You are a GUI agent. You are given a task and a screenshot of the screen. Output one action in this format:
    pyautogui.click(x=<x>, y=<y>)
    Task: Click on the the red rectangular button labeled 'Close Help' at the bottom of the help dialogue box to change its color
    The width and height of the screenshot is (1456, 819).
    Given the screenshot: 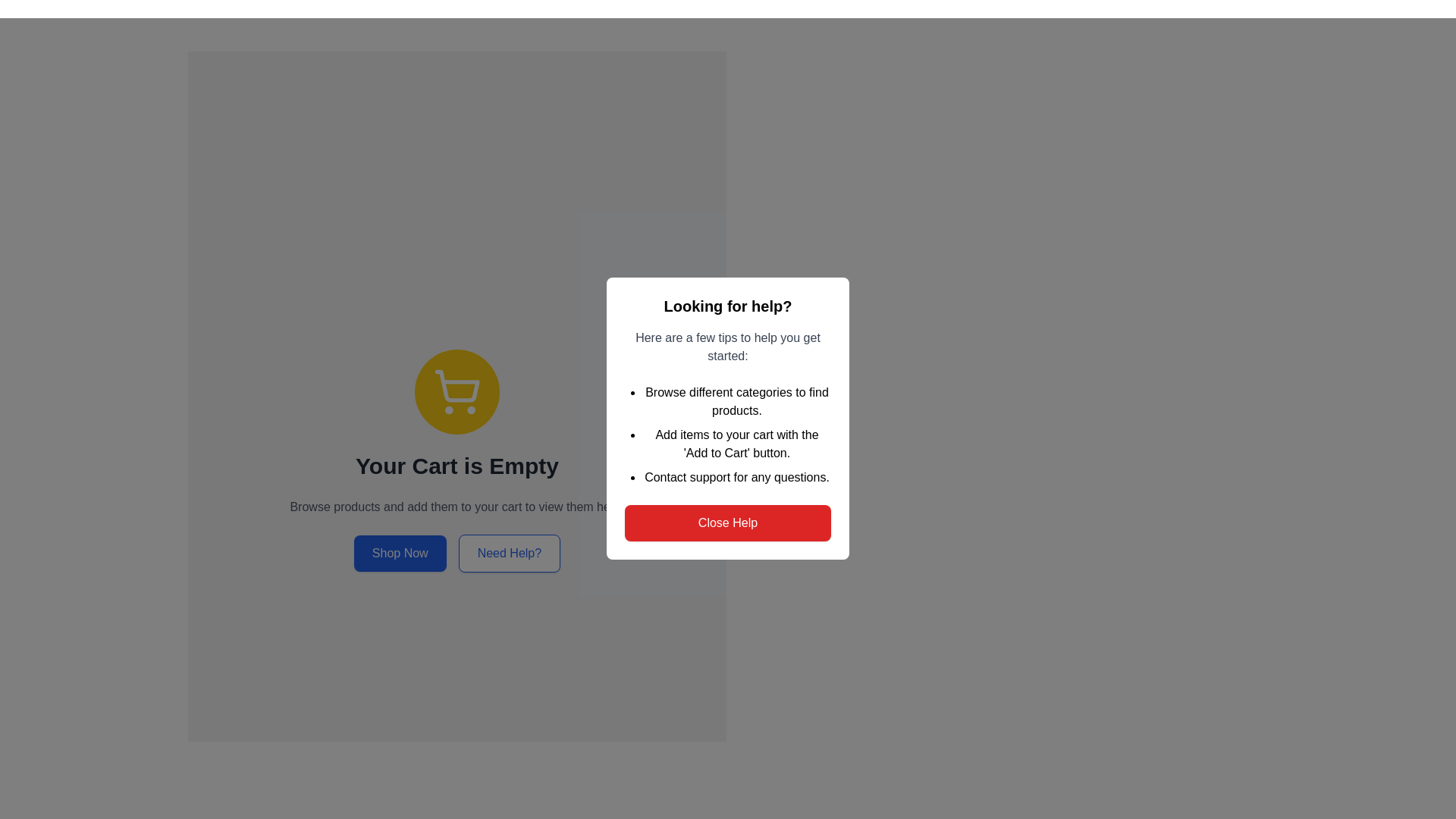 What is the action you would take?
    pyautogui.click(x=728, y=522)
    